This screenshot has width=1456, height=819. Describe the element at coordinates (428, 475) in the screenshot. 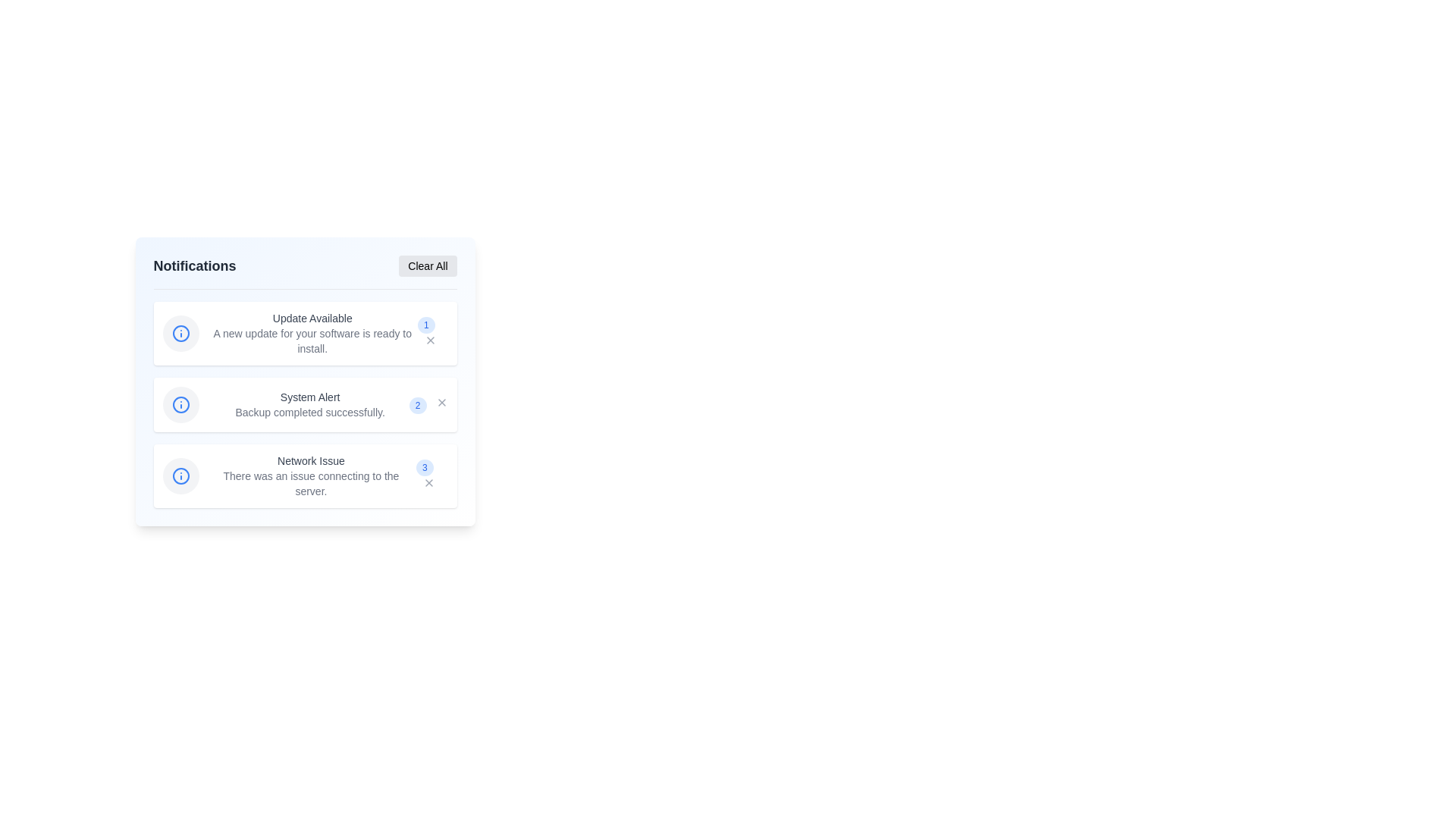

I see `the informational badge indicator located in the bottom right corner of the 'Network Issue' notification card` at that location.